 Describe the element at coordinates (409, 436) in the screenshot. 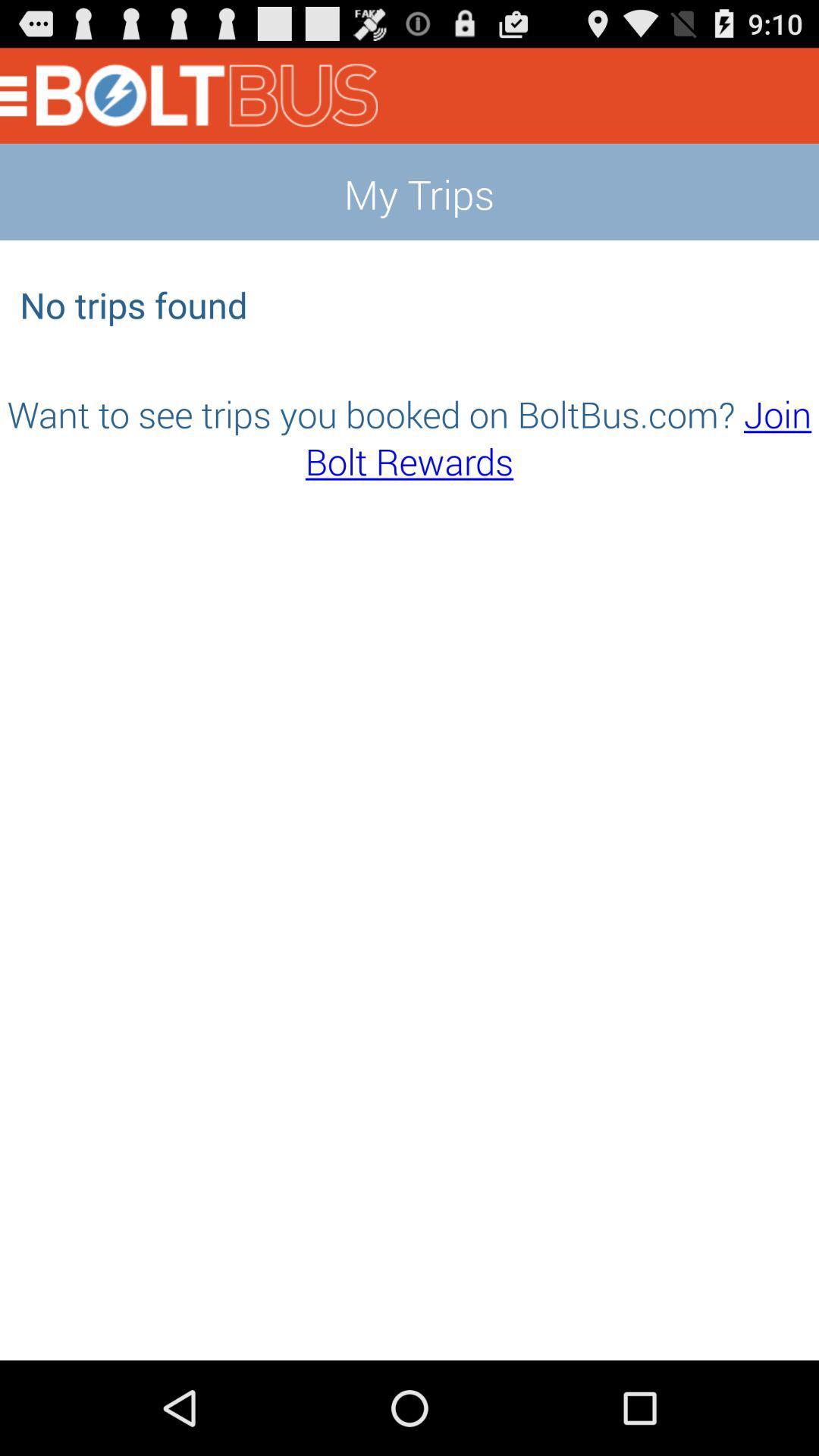

I see `the want to see item` at that location.